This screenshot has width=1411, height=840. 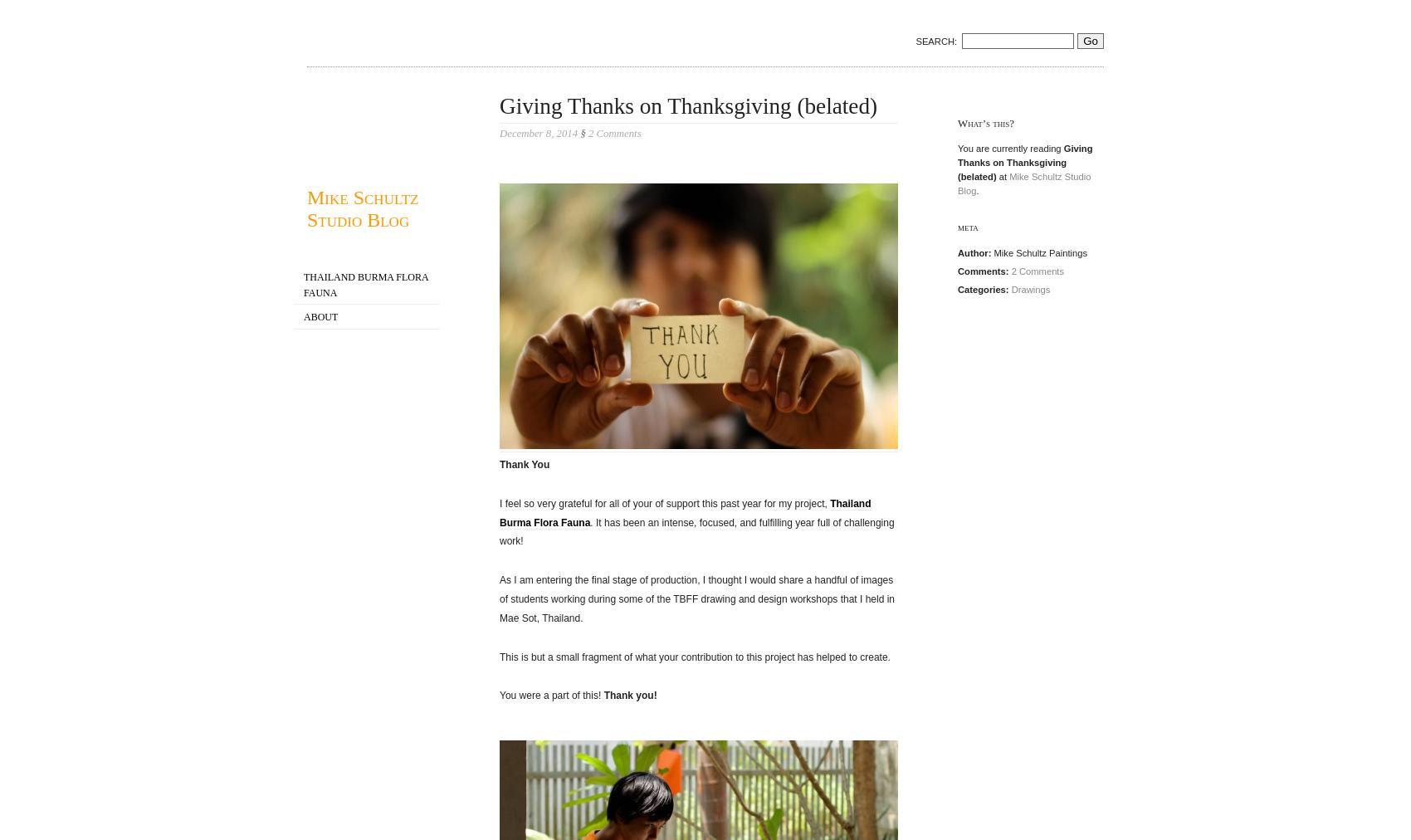 What do you see at coordinates (696, 531) in the screenshot?
I see `'. It has been an intense, focused, and fulfilling year full of challenging work!'` at bounding box center [696, 531].